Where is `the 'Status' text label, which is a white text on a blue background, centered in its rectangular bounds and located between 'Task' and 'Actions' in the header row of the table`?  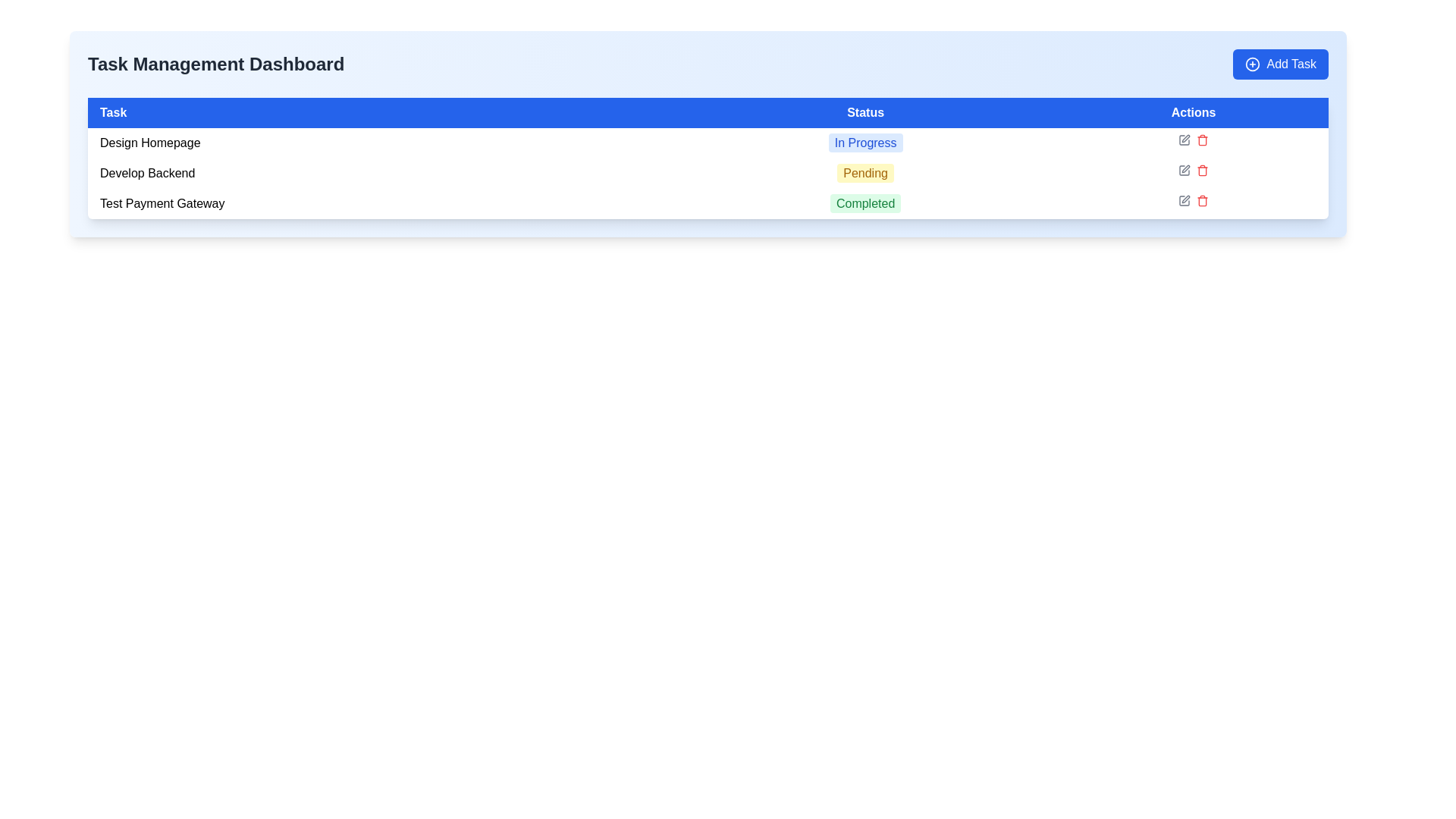 the 'Status' text label, which is a white text on a blue background, centered in its rectangular bounds and located between 'Task' and 'Actions' in the header row of the table is located at coordinates (865, 112).